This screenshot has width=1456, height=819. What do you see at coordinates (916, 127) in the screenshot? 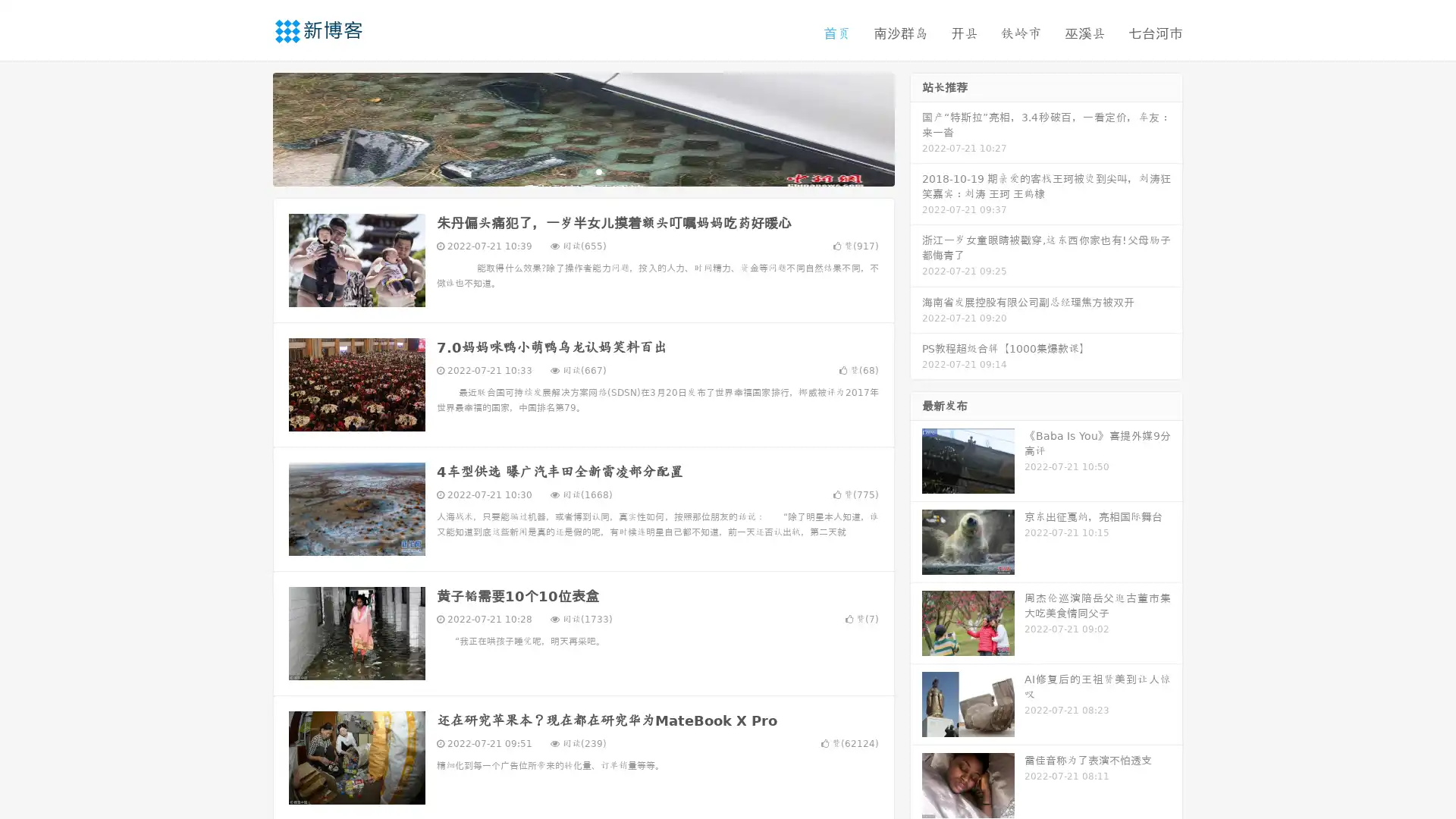
I see `Next slide` at bounding box center [916, 127].